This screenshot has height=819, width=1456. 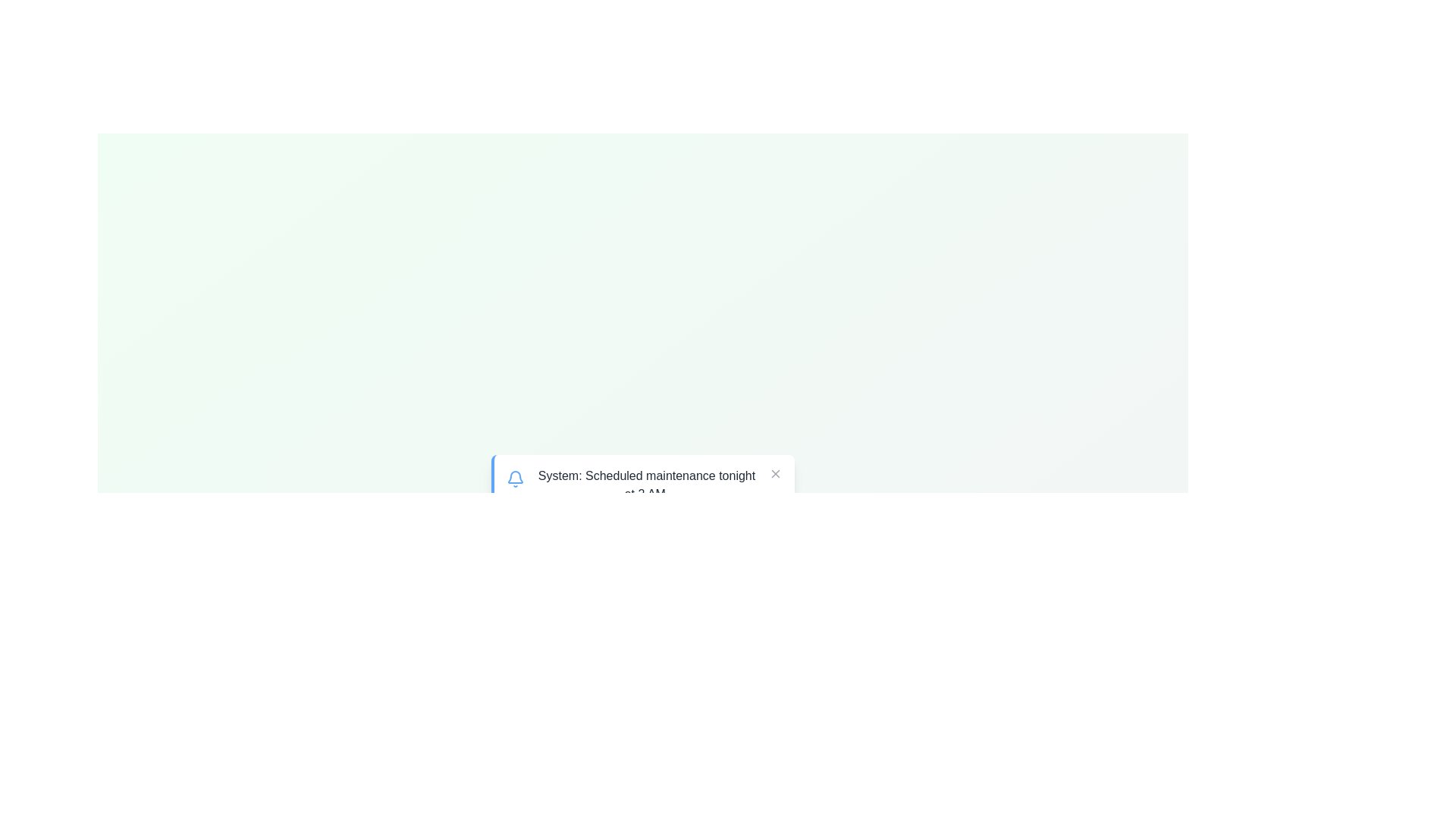 What do you see at coordinates (643, 485) in the screenshot?
I see `the notification message by clicking on the notification area` at bounding box center [643, 485].